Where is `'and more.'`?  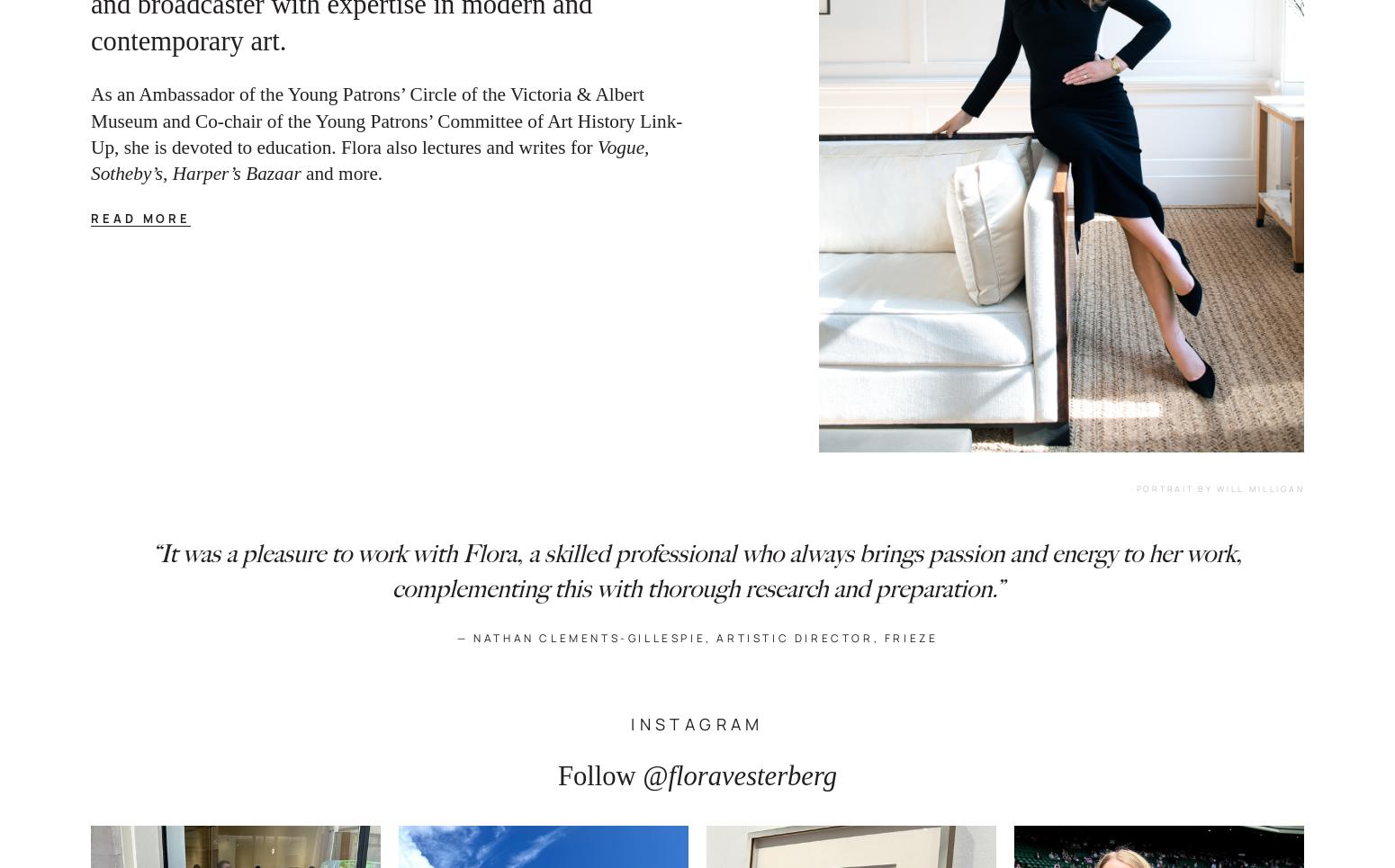 'and more.' is located at coordinates (345, 174).